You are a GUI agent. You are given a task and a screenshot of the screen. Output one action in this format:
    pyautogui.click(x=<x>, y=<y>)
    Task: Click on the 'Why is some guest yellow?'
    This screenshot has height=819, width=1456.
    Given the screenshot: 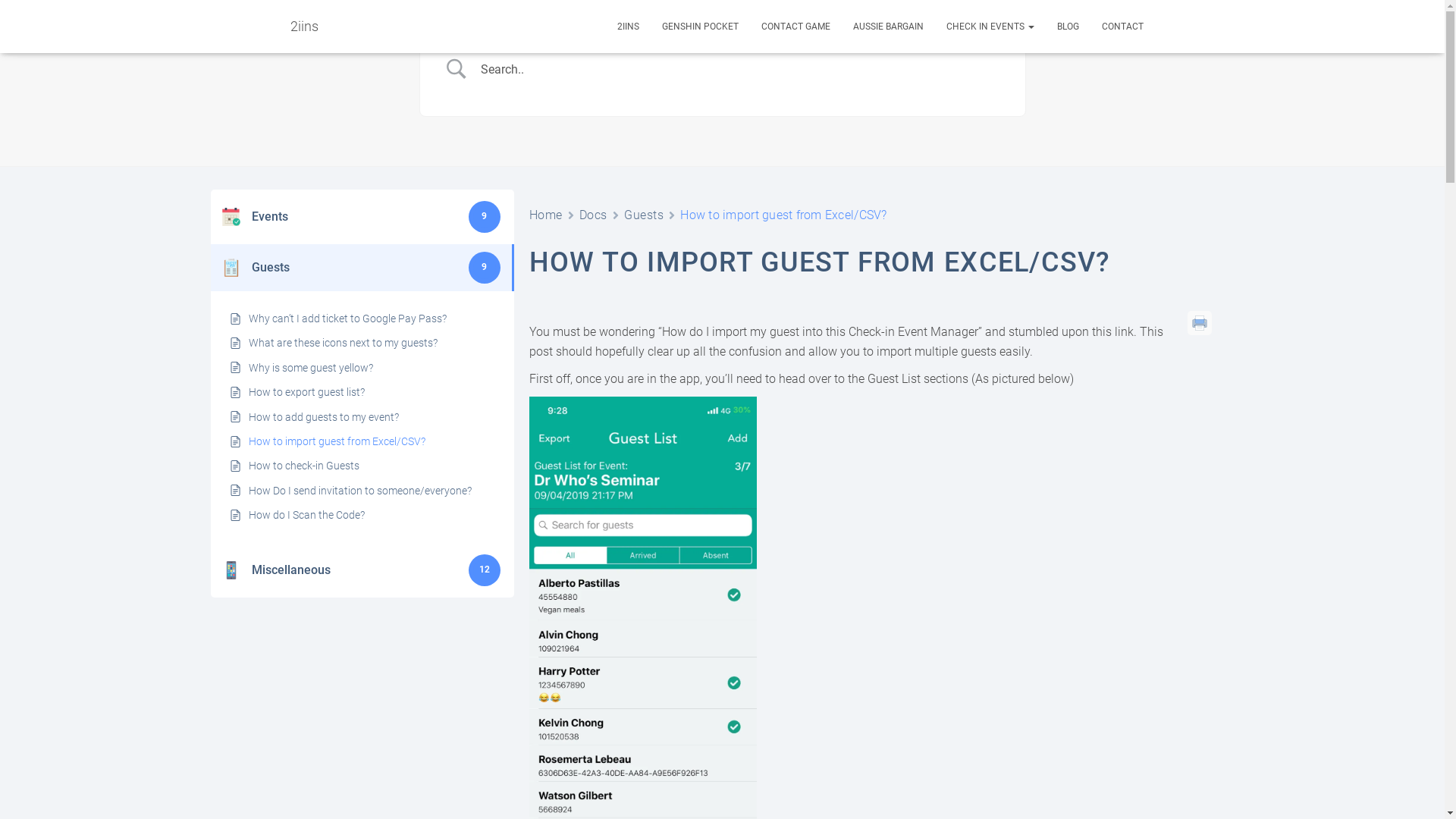 What is the action you would take?
    pyautogui.click(x=309, y=368)
    